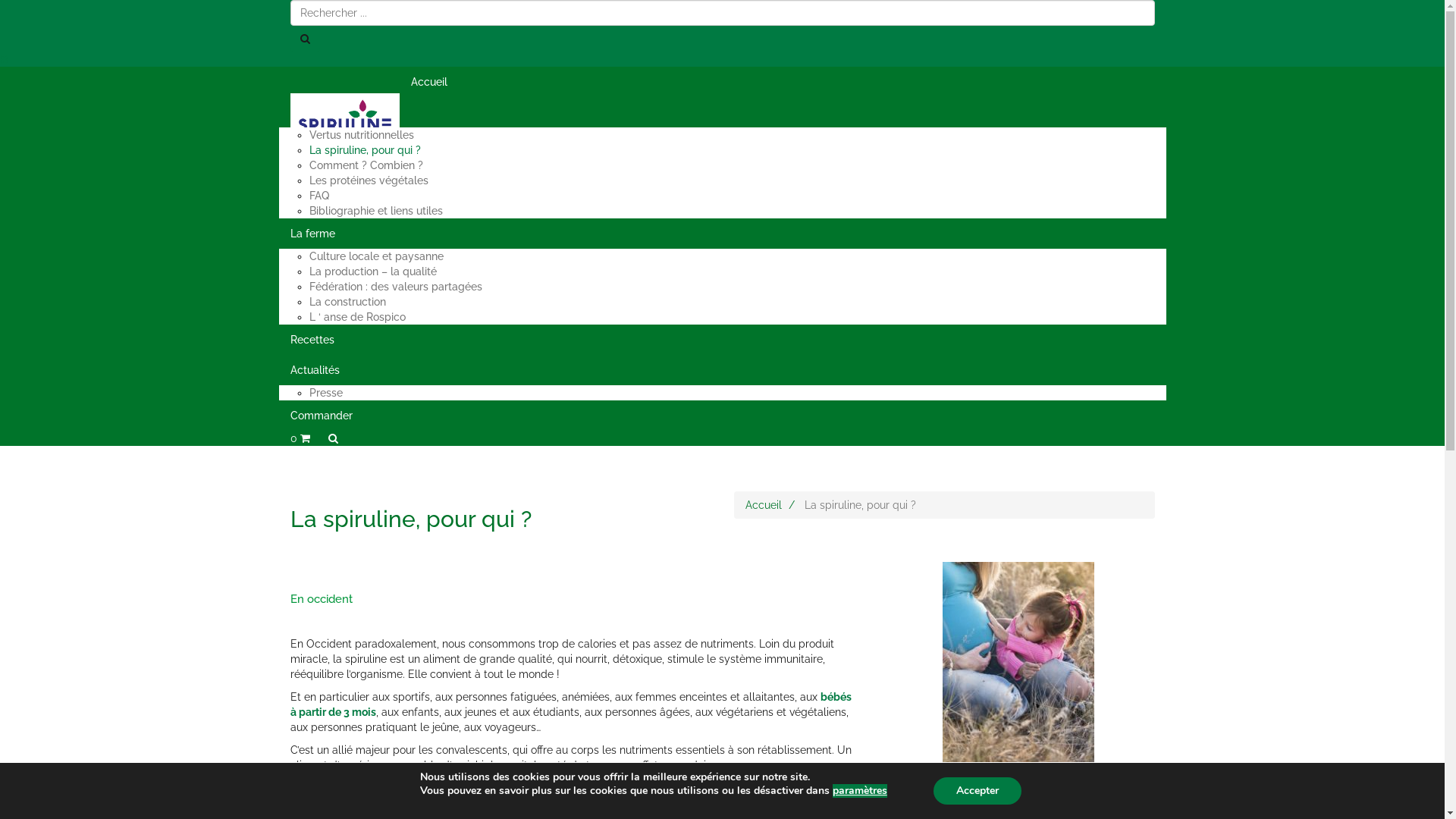 This screenshot has width=1456, height=819. I want to click on 'Bibliographie et liens utiles', so click(375, 210).